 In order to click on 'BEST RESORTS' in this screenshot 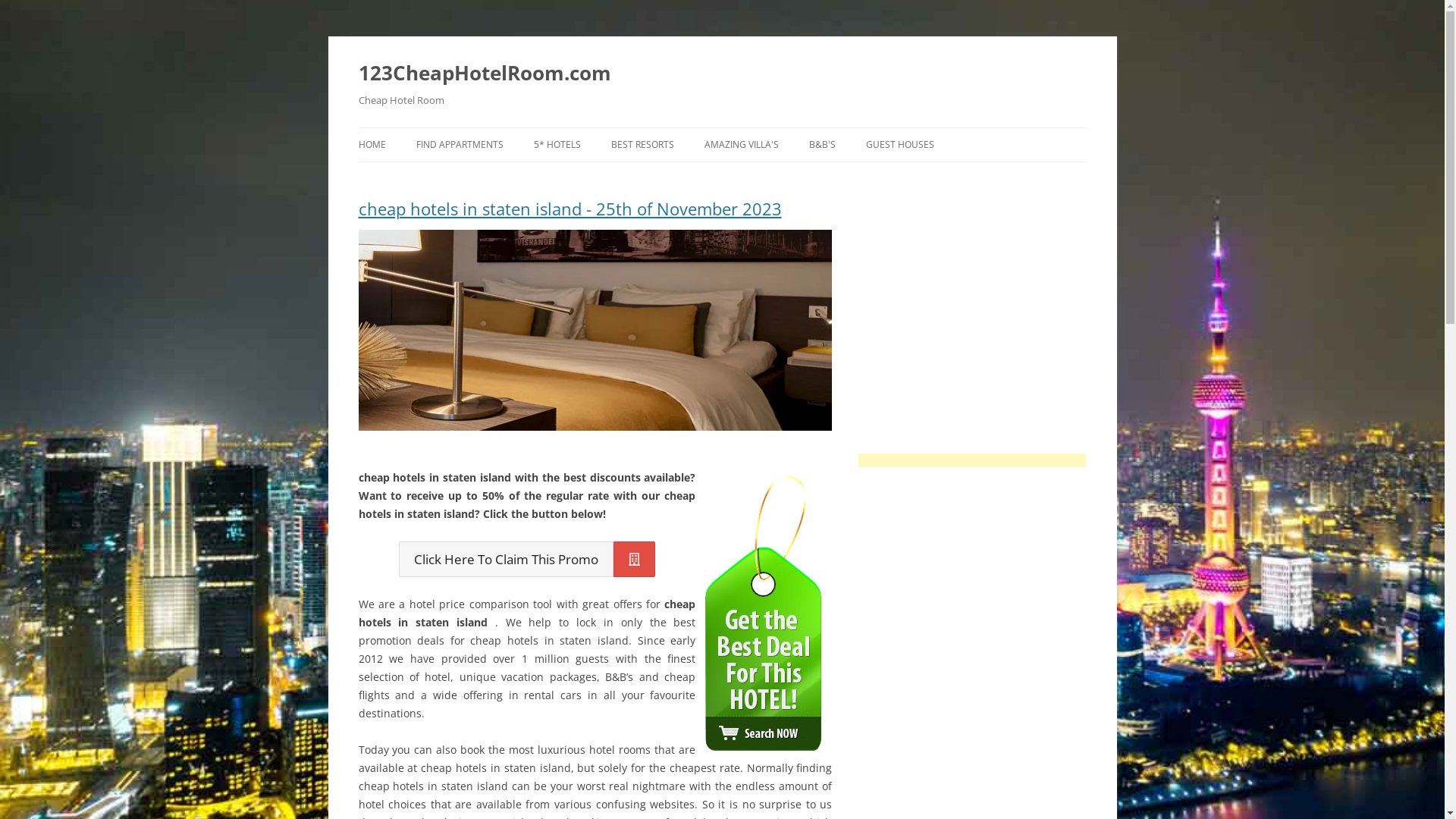, I will do `click(642, 145)`.